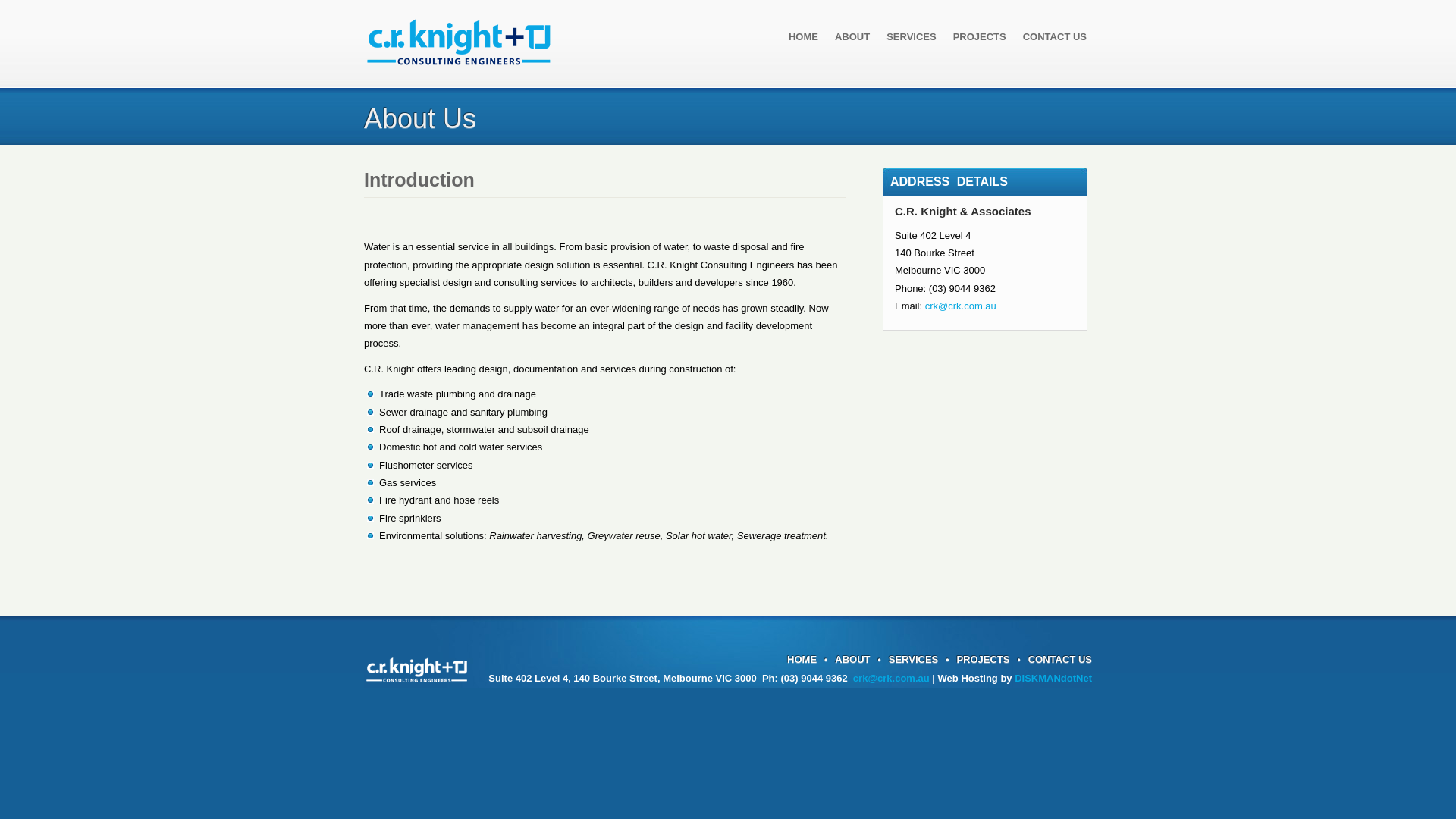 The width and height of the screenshot is (1456, 819). I want to click on 'SERVICES', so click(912, 658).